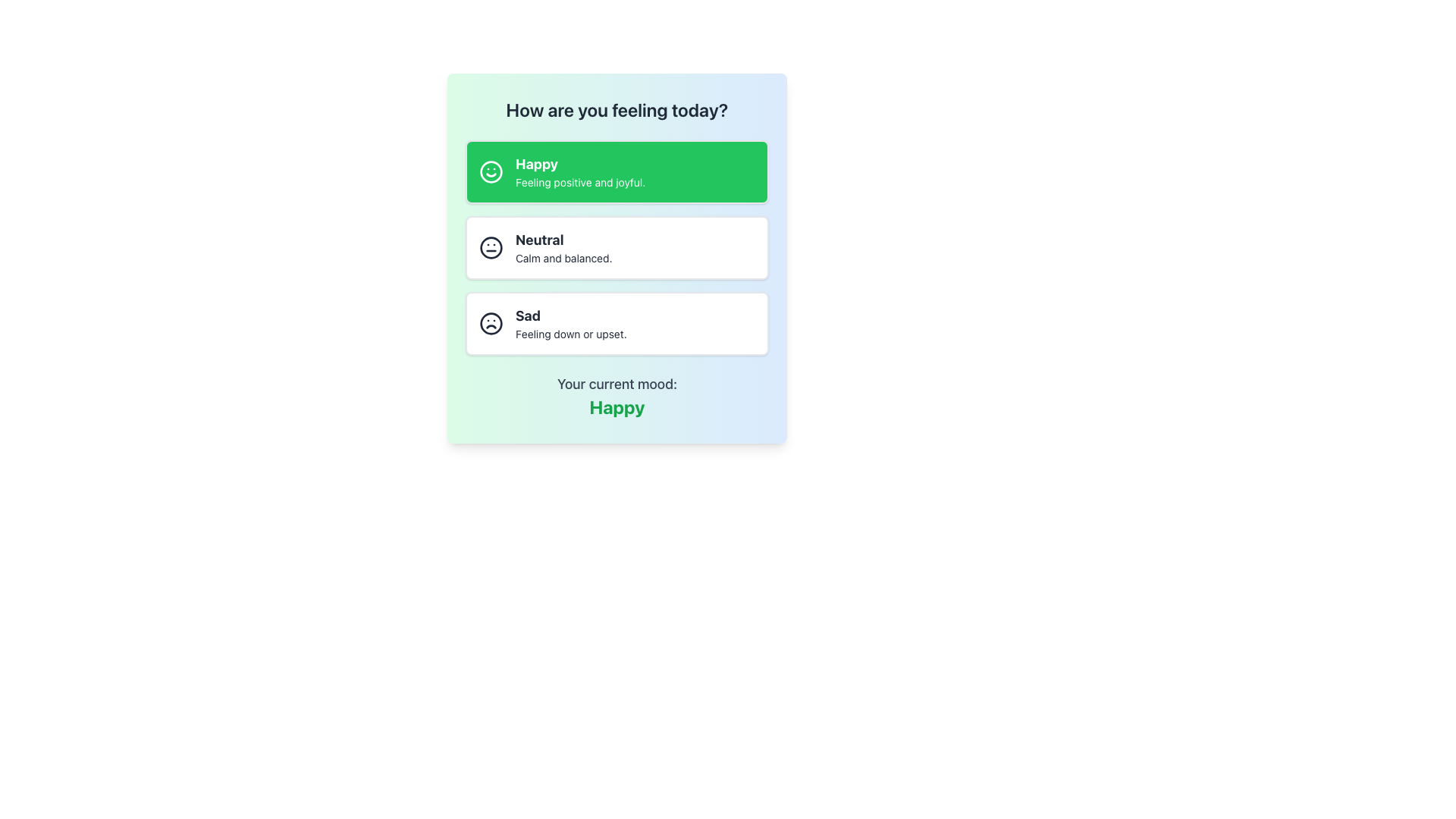  Describe the element at coordinates (563, 247) in the screenshot. I see `the 'Neutral' mood option card, which is the second card in a vertical list of mood states between 'Happy' and 'Sad'` at that location.